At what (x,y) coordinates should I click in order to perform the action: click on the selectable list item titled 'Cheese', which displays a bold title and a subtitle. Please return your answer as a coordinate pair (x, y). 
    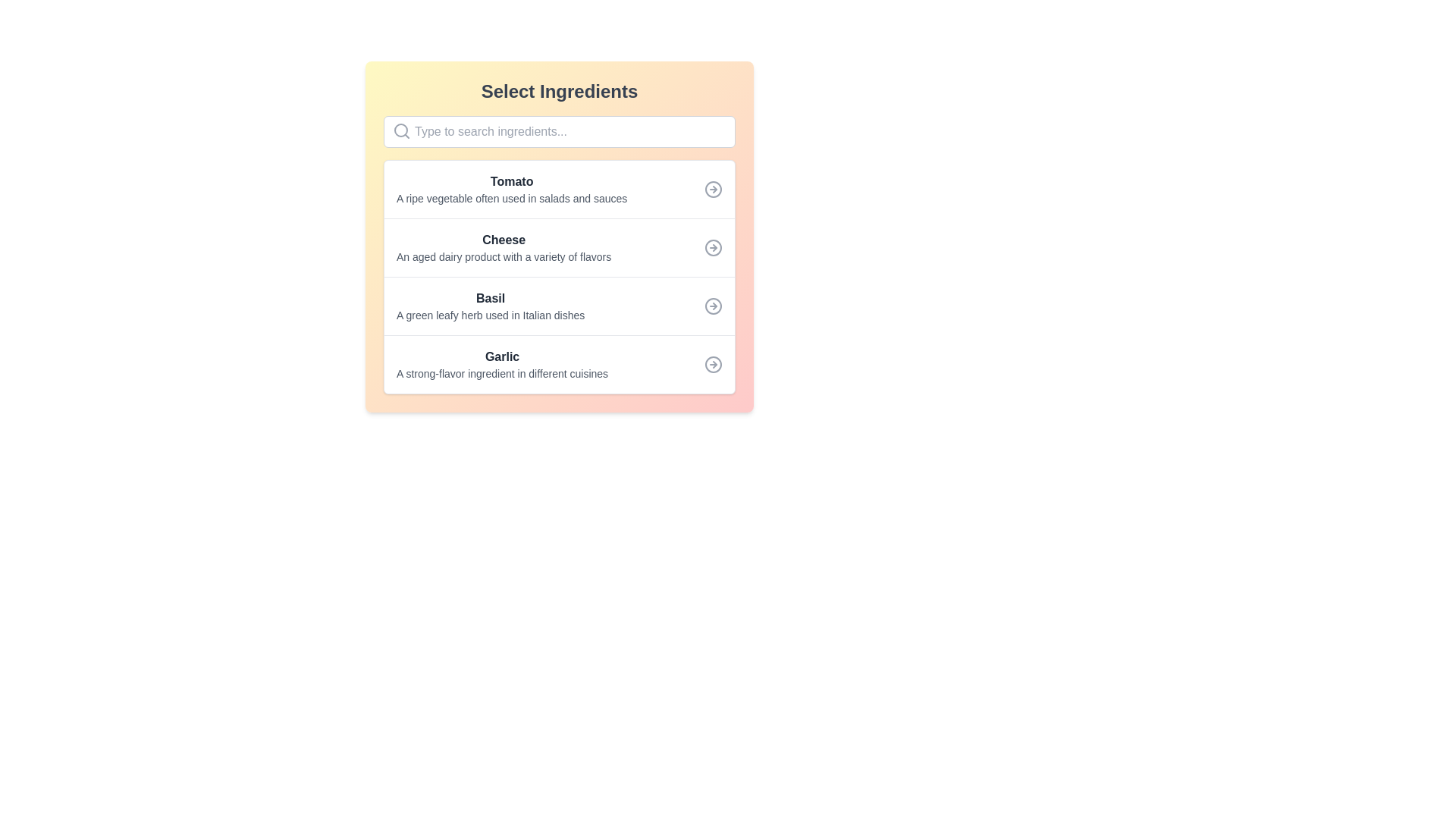
    Looking at the image, I should click on (559, 246).